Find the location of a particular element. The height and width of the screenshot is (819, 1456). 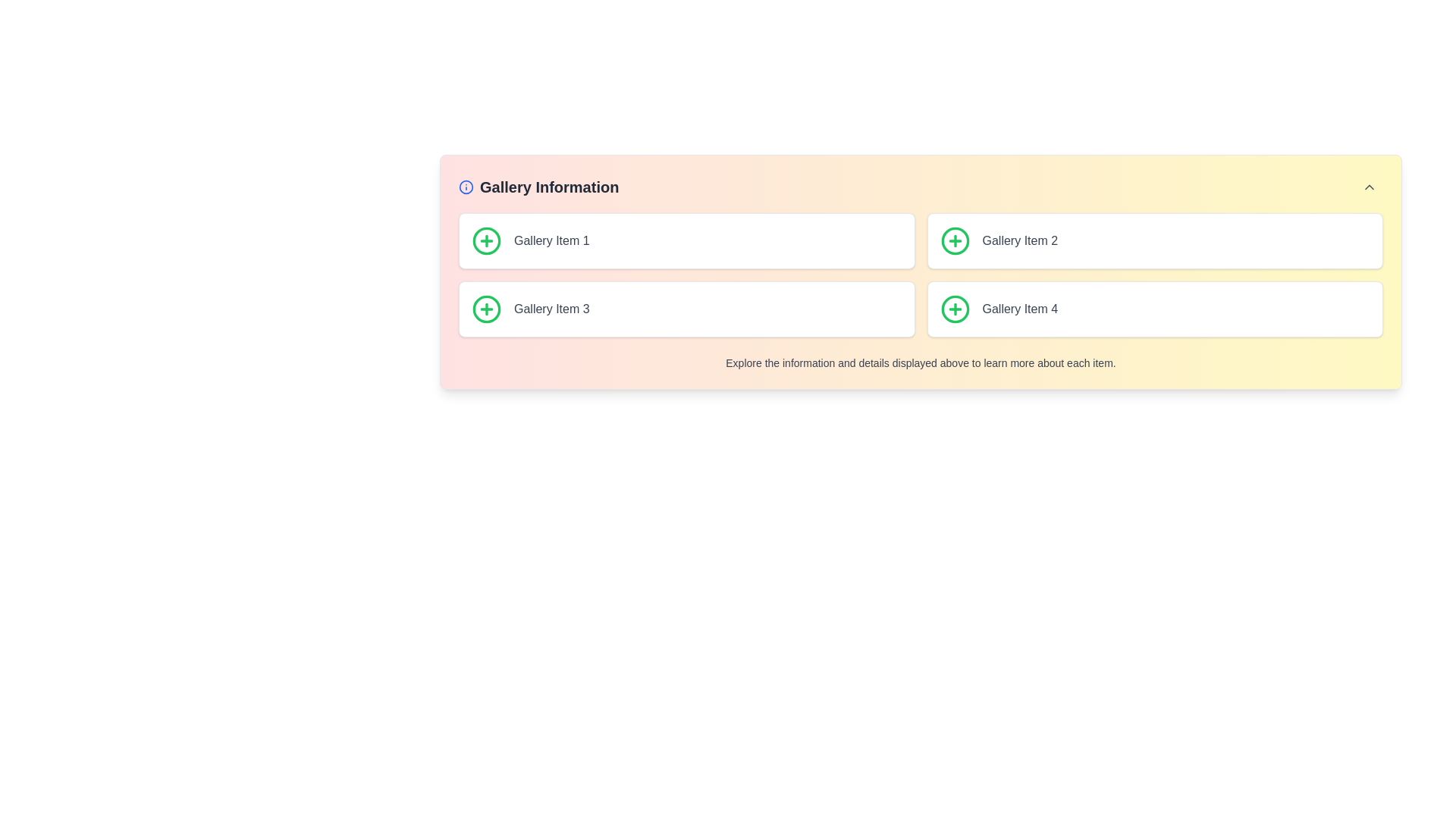

the circular icon with a green outline and white center, featuring a green plus sign, located next to 'Gallery Item 2' in the top-right section of the interface is located at coordinates (954, 240).